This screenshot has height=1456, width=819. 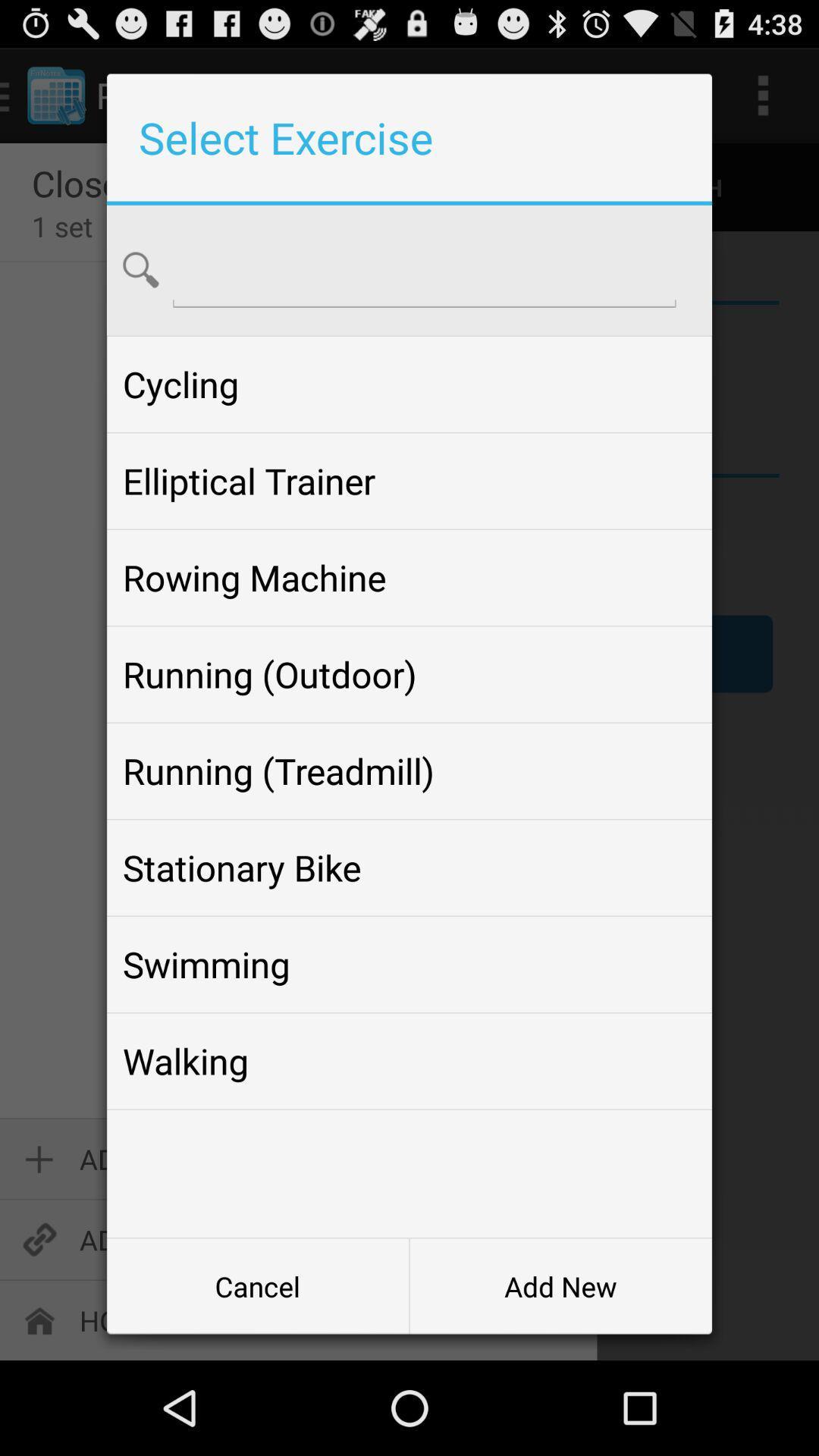 What do you see at coordinates (409, 1060) in the screenshot?
I see `item at the bottom` at bounding box center [409, 1060].